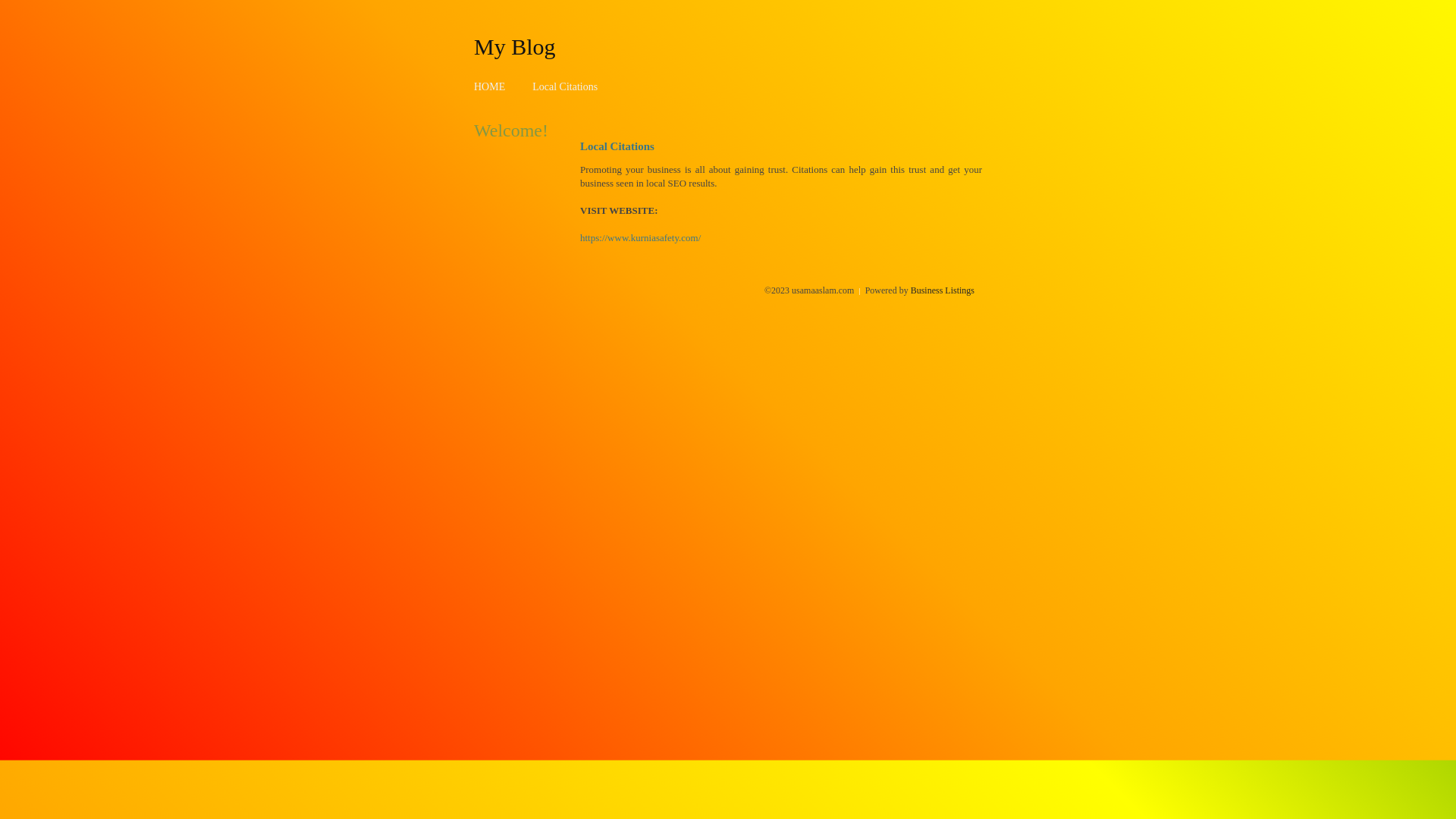 Image resolution: width=1456 pixels, height=819 pixels. Describe the element at coordinates (942, 290) in the screenshot. I see `'Business Listings'` at that location.